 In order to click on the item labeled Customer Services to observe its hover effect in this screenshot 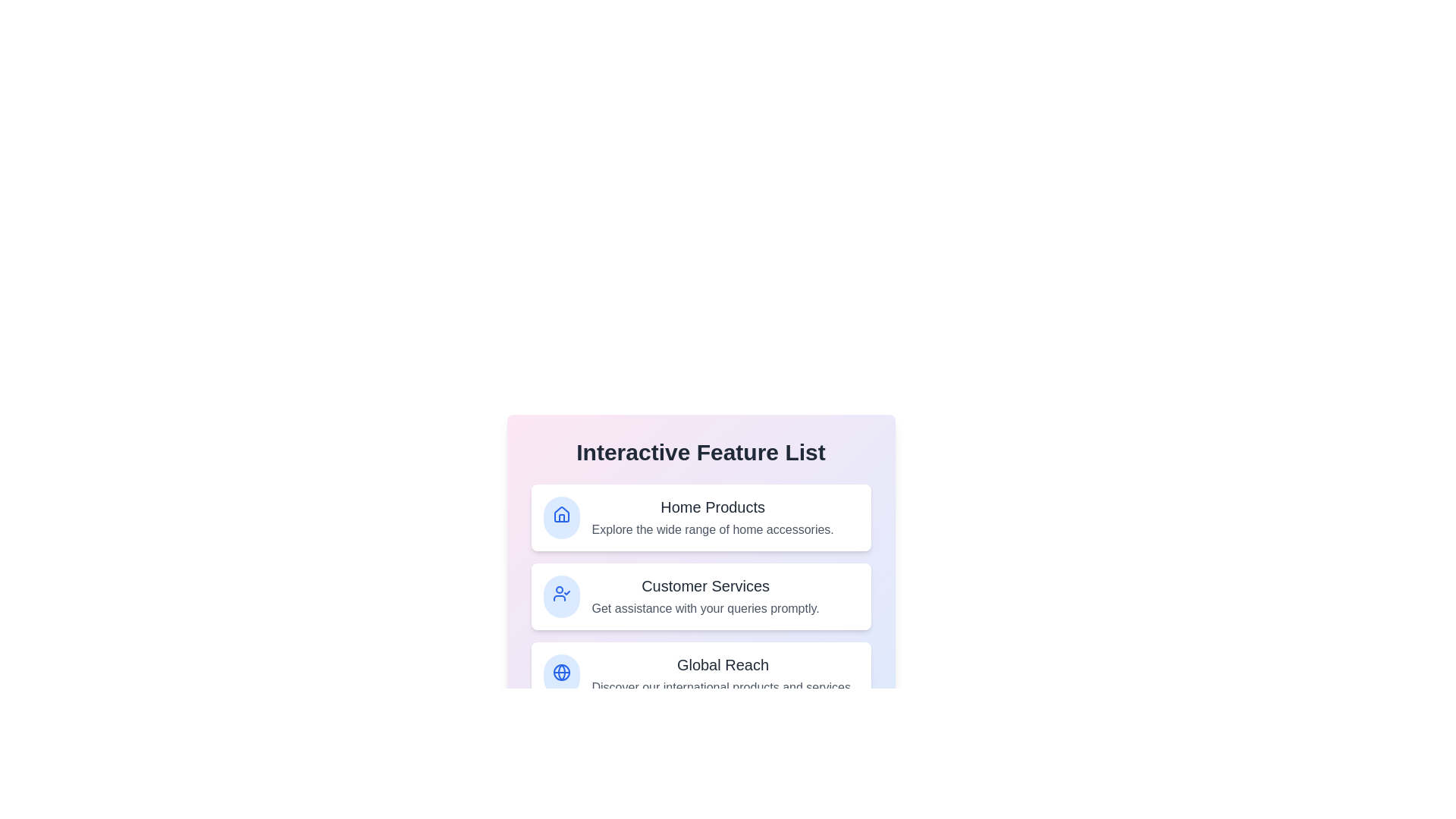, I will do `click(700, 595)`.